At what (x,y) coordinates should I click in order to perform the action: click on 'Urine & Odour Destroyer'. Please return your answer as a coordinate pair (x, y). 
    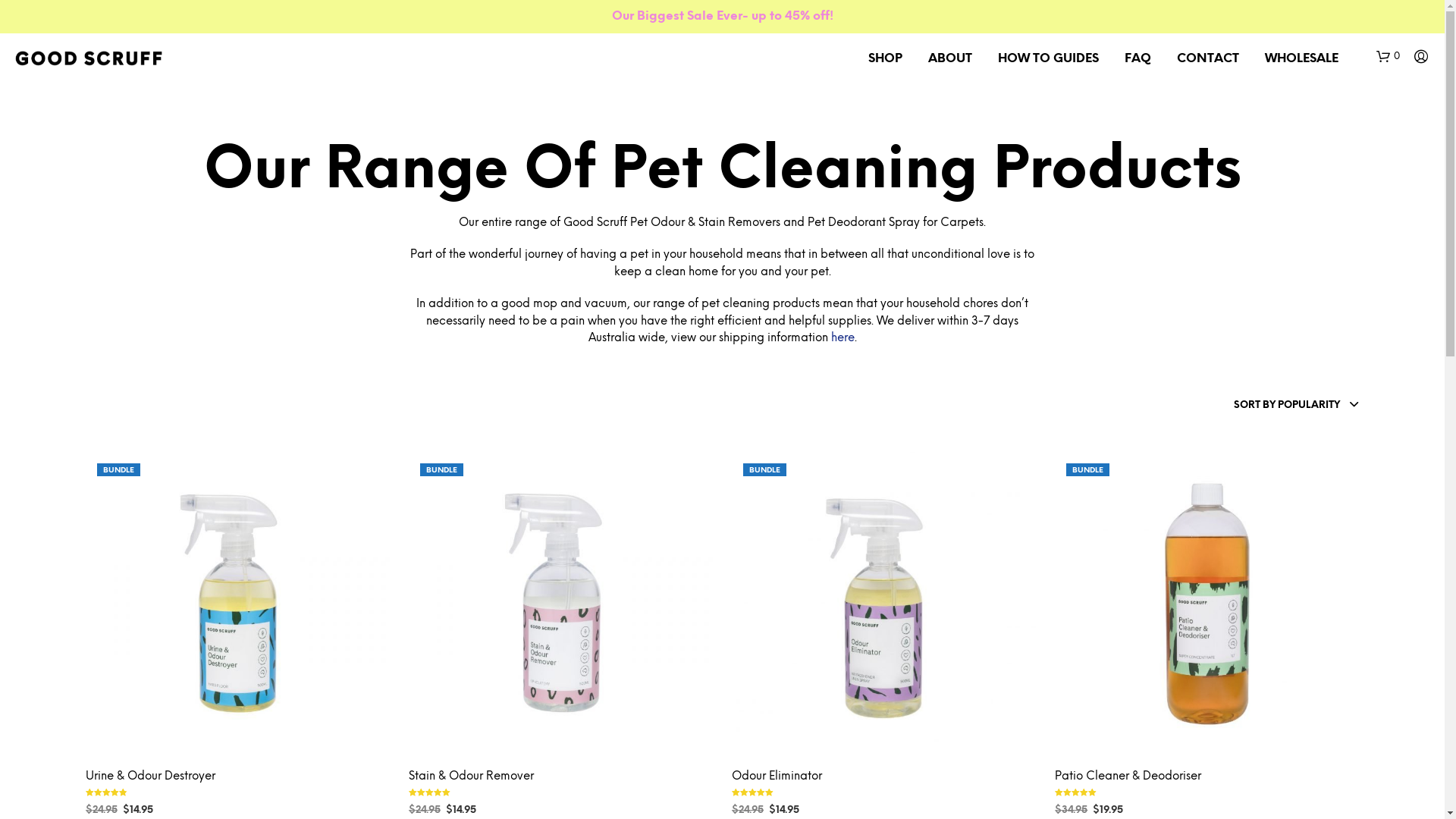
    Looking at the image, I should click on (149, 777).